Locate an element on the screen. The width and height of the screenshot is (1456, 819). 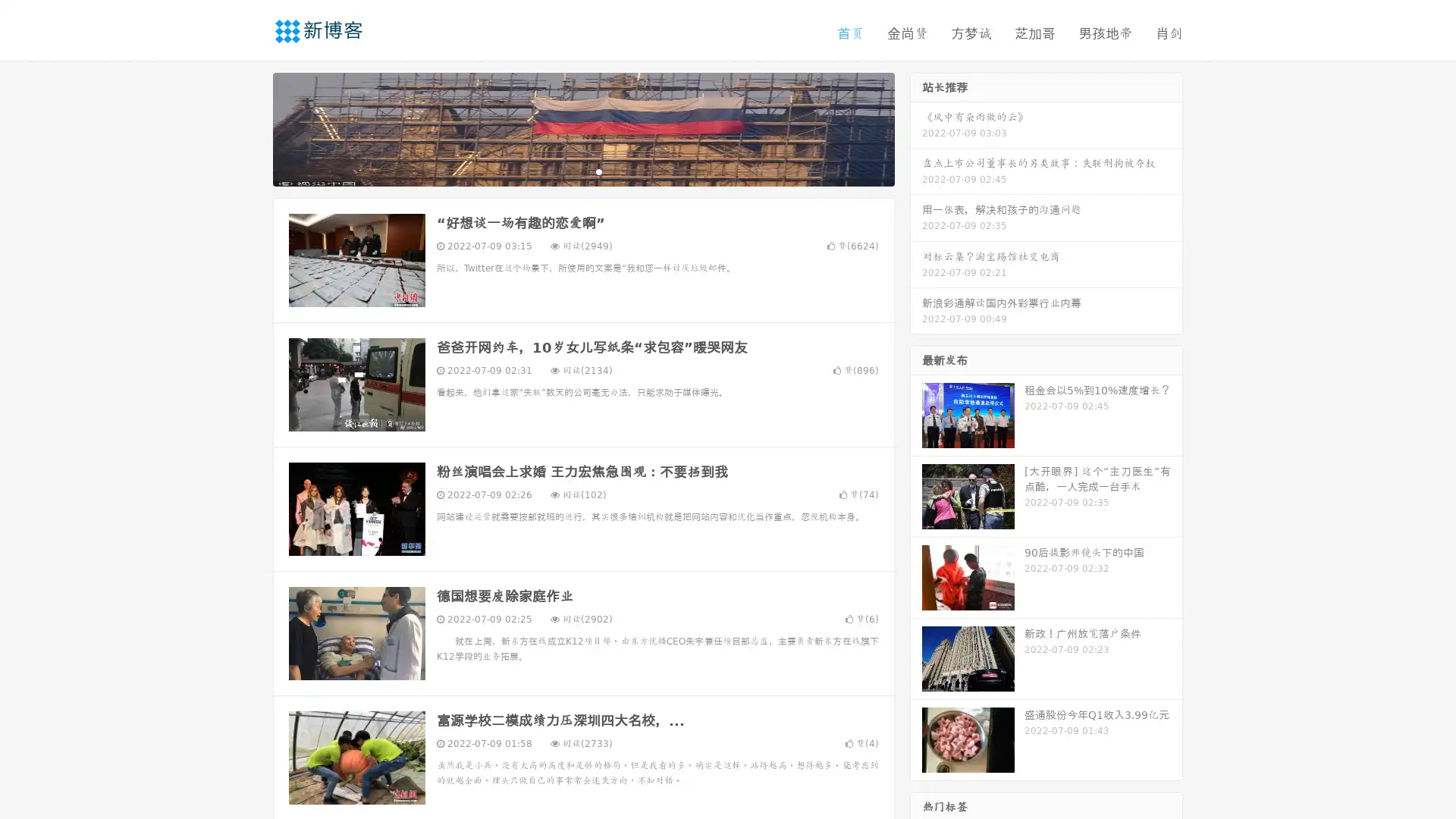
Go to slide 1 is located at coordinates (567, 171).